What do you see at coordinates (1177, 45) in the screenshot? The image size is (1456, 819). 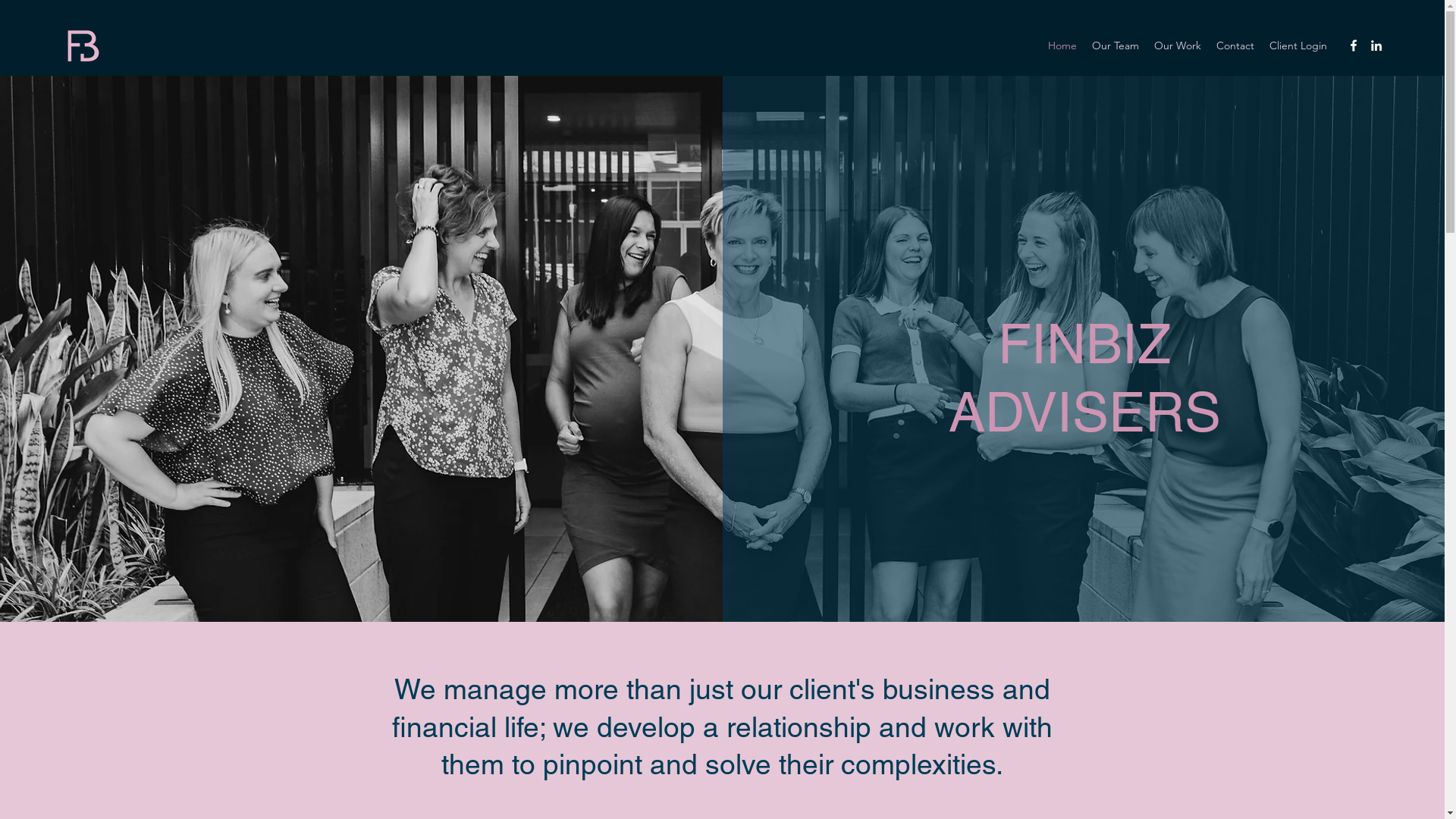 I see `'Our Work'` at bounding box center [1177, 45].